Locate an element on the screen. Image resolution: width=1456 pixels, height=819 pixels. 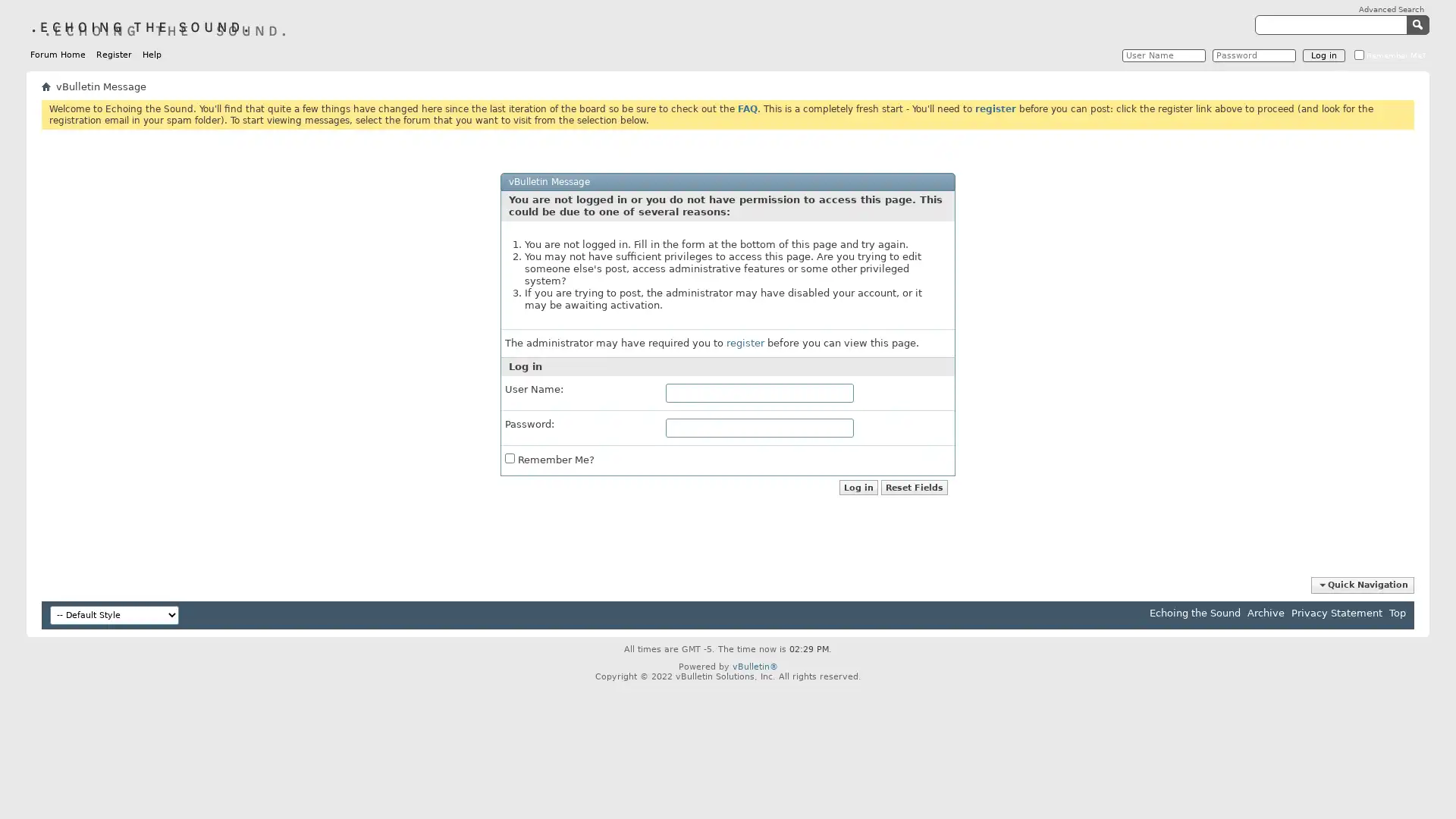
Log in is located at coordinates (858, 488).